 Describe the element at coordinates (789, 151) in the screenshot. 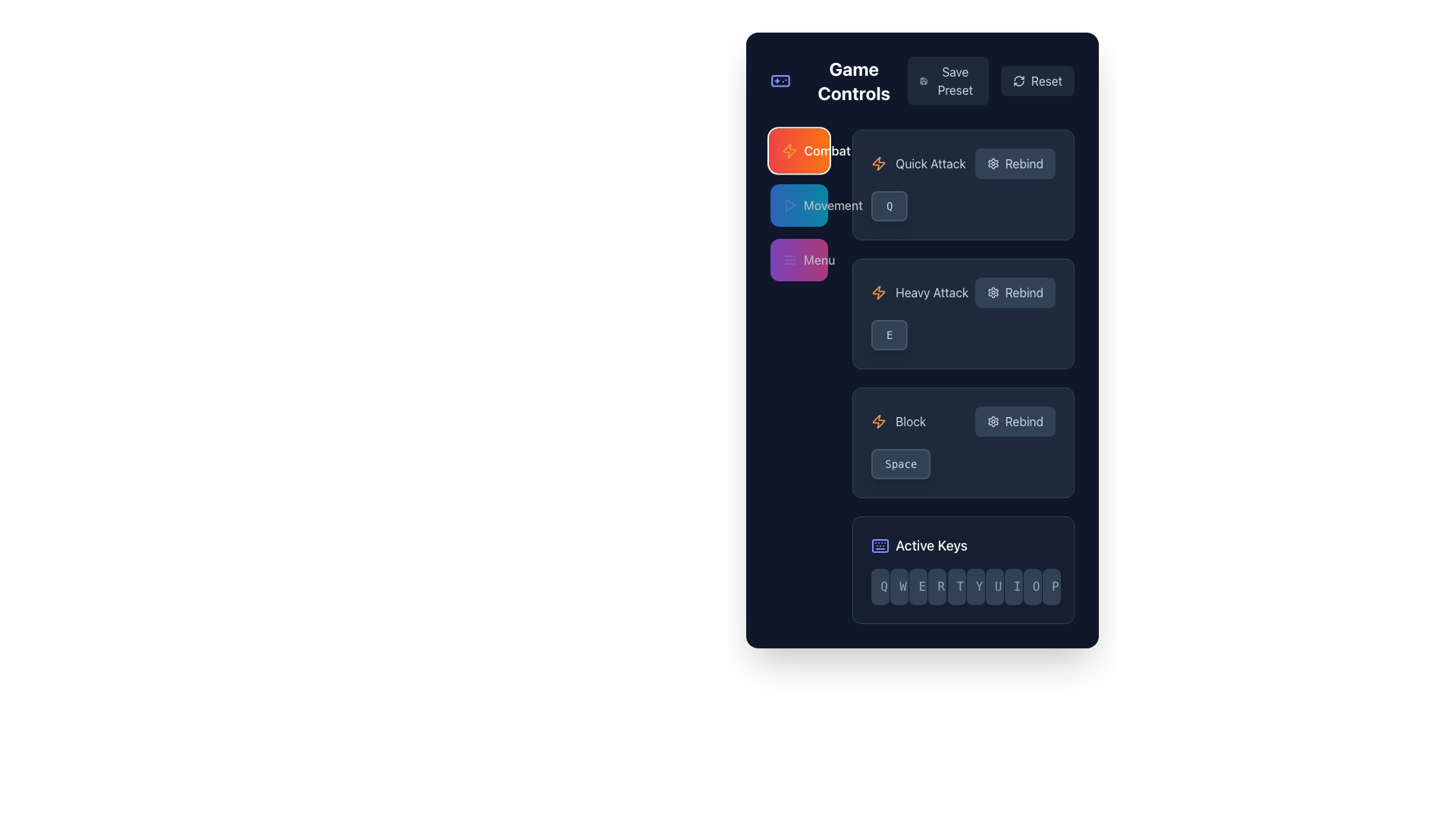

I see `the lightning bolt icon in the orange-highlighted 'Combat' button located in the left sidebar of the interface` at that location.